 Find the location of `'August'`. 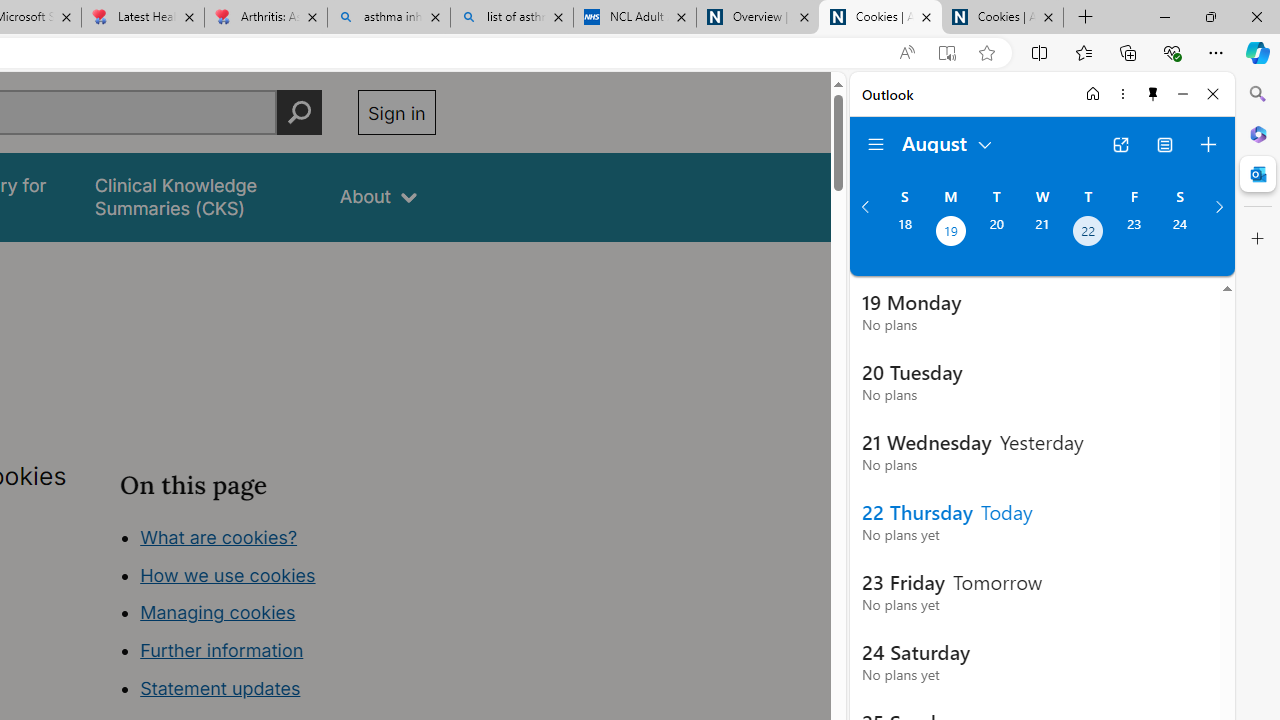

'August' is located at coordinates (947, 141).